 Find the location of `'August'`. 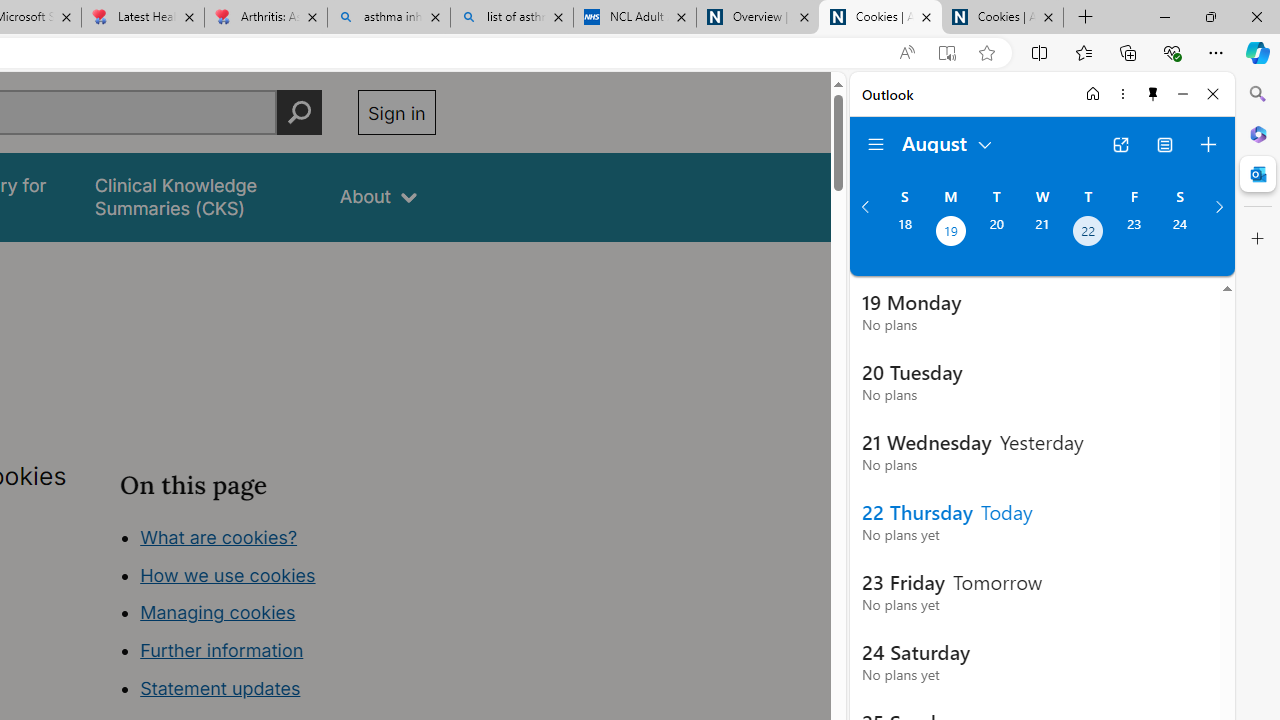

'August' is located at coordinates (947, 141).